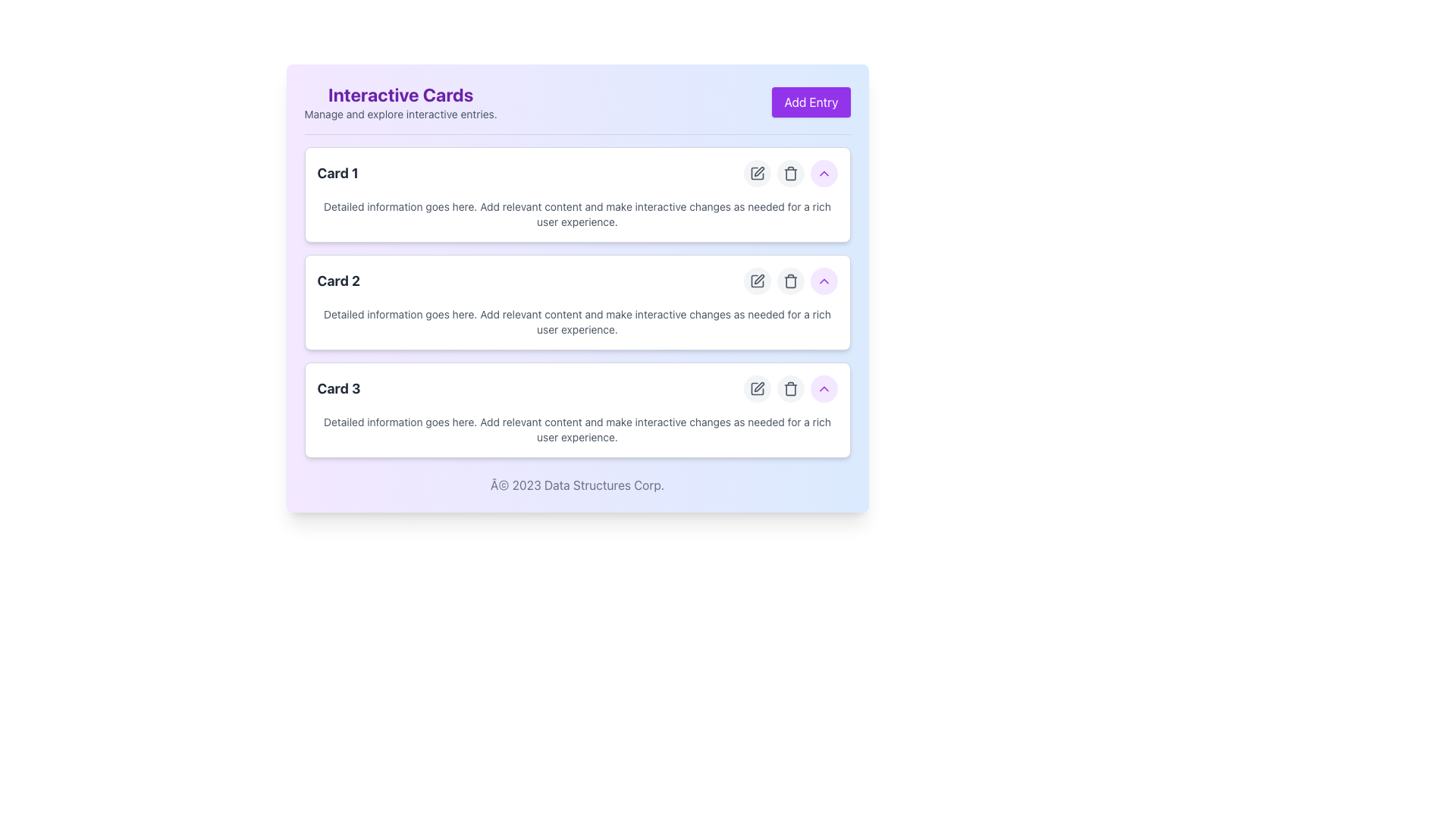  Describe the element at coordinates (337, 388) in the screenshot. I see `text content of the 'Card 3' label, which is a bold dark gray text located at the top-left section of the third card in a vertical list` at that location.